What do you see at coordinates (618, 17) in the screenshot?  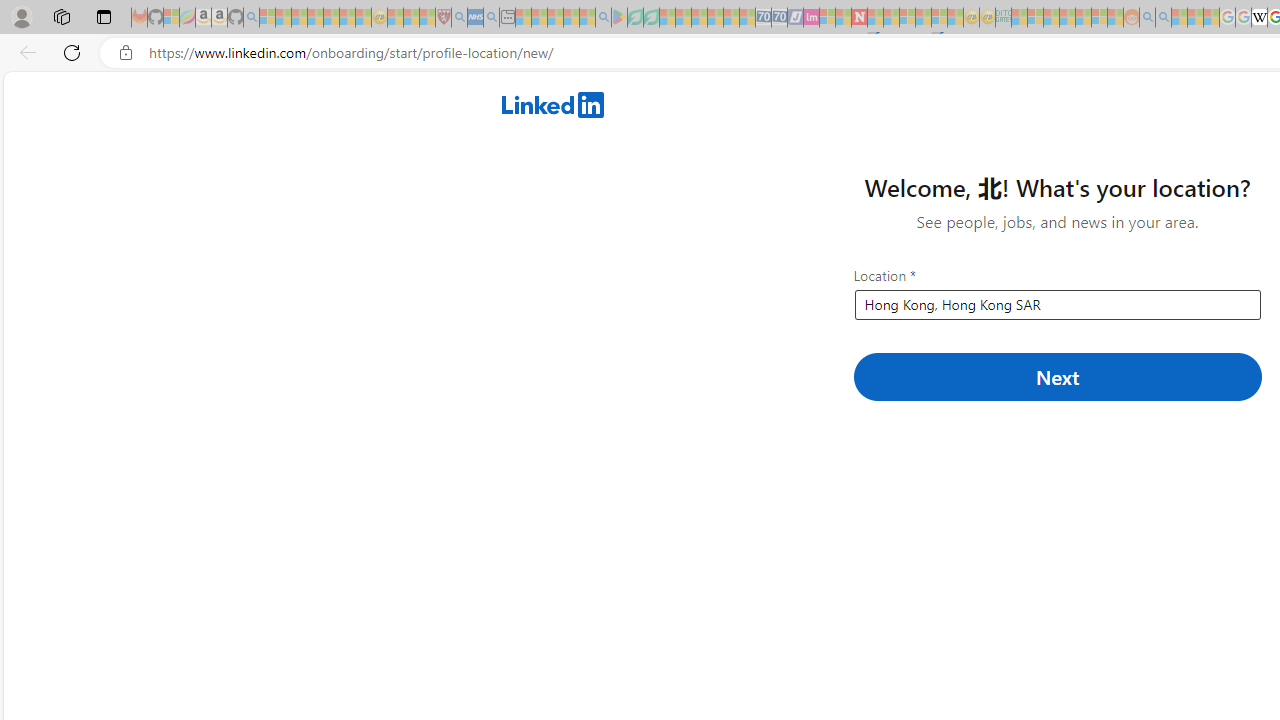 I see `'Bluey: Let'` at bounding box center [618, 17].